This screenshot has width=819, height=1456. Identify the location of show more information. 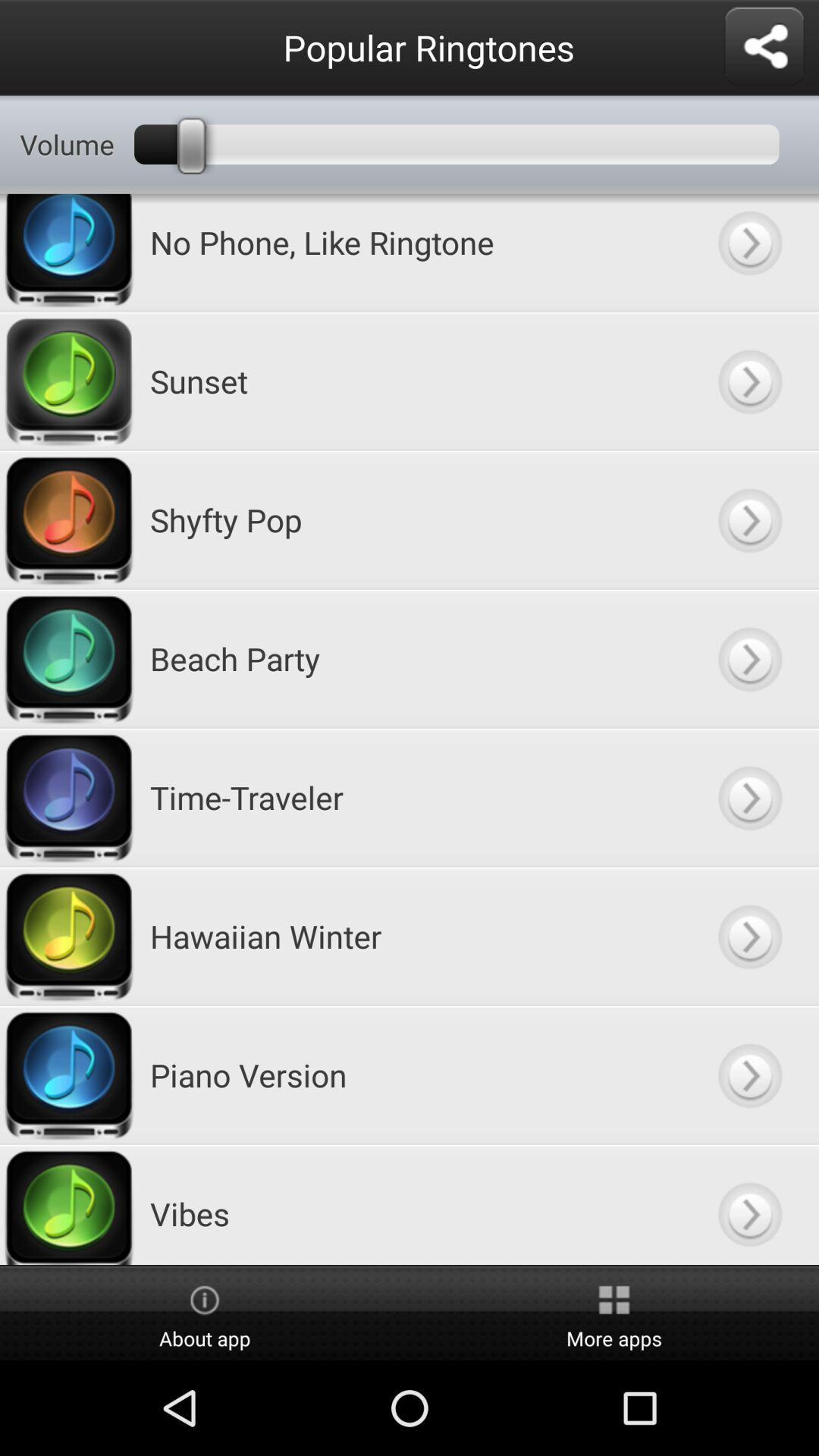
(748, 796).